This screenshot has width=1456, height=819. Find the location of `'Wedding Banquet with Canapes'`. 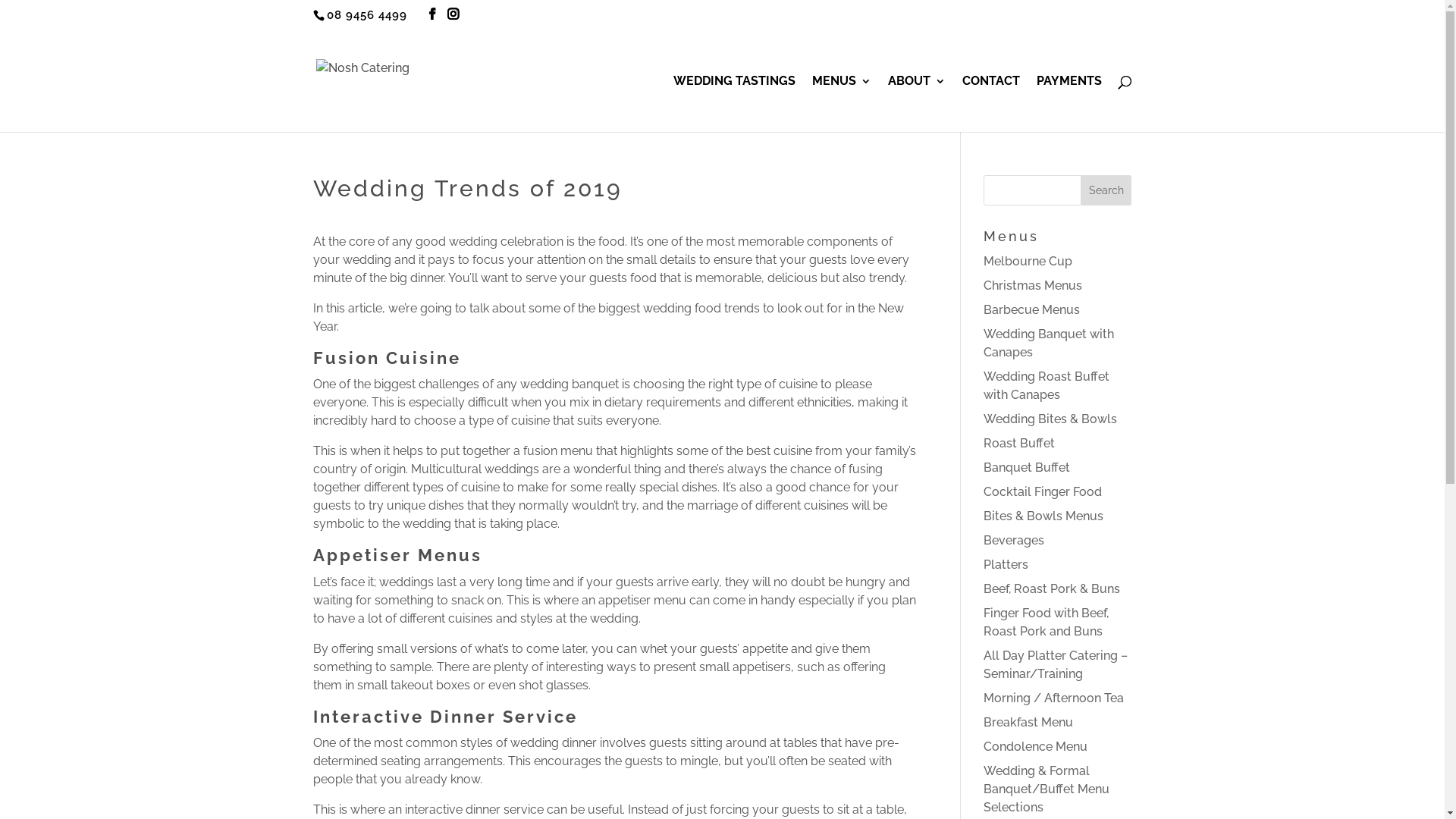

'Wedding Banquet with Canapes' is located at coordinates (1047, 343).